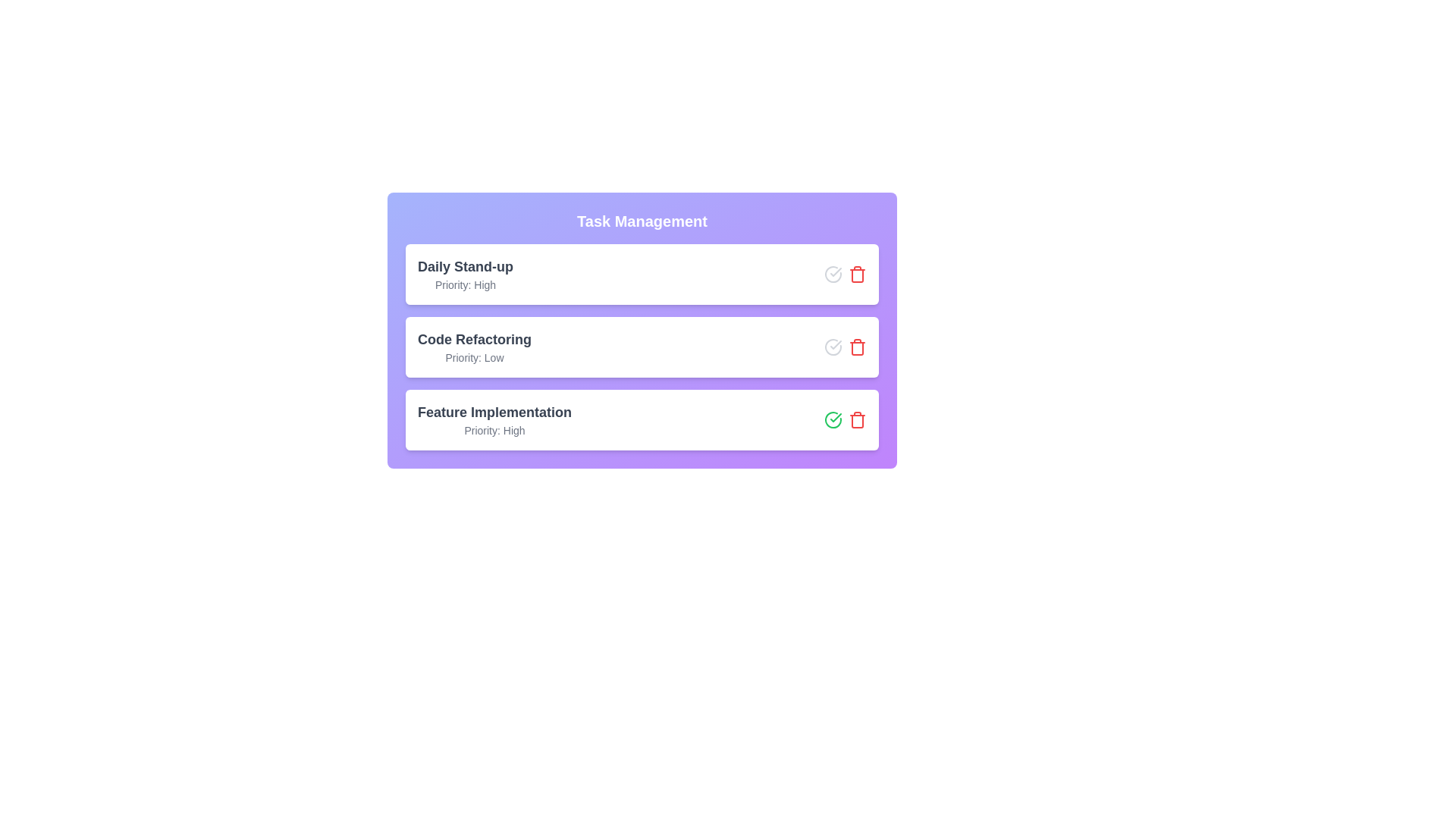 The image size is (1456, 819). I want to click on the task title Code Refactoring by clicking on it, so click(473, 338).